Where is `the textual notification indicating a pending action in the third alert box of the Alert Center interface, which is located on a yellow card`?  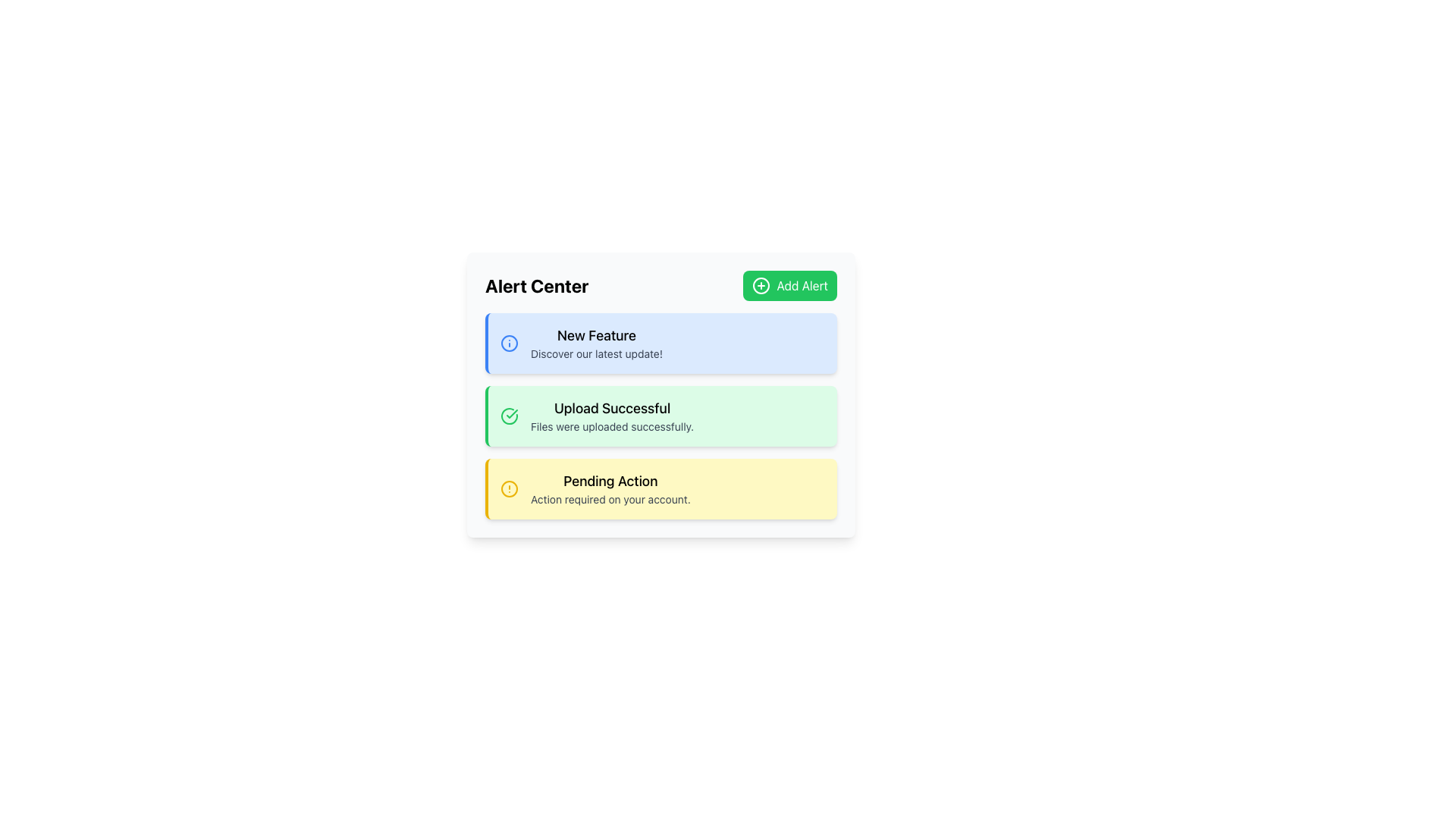 the textual notification indicating a pending action in the third alert box of the Alert Center interface, which is located on a yellow card is located at coordinates (610, 488).